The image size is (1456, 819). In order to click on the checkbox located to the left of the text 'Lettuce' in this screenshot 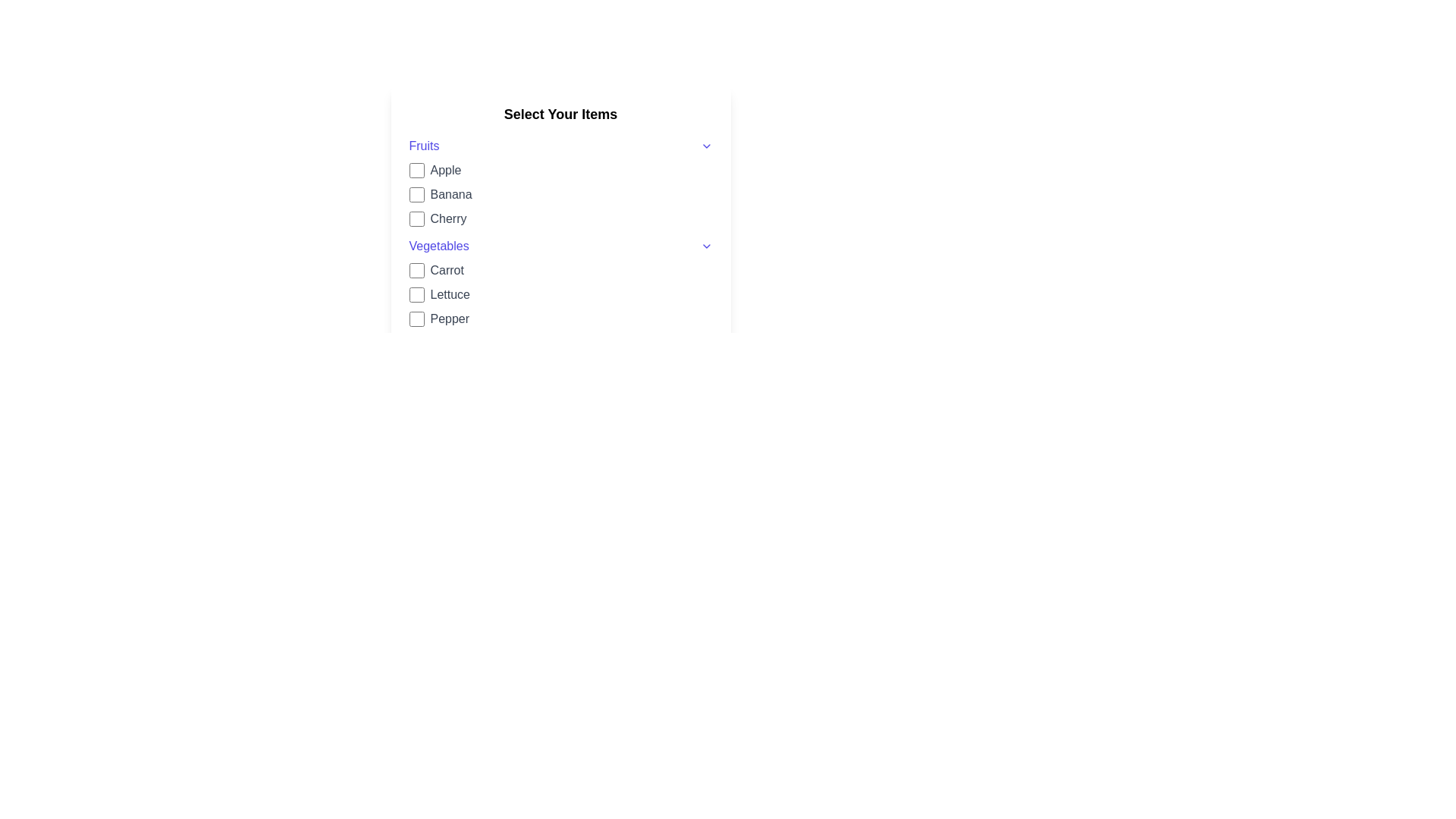, I will do `click(416, 295)`.